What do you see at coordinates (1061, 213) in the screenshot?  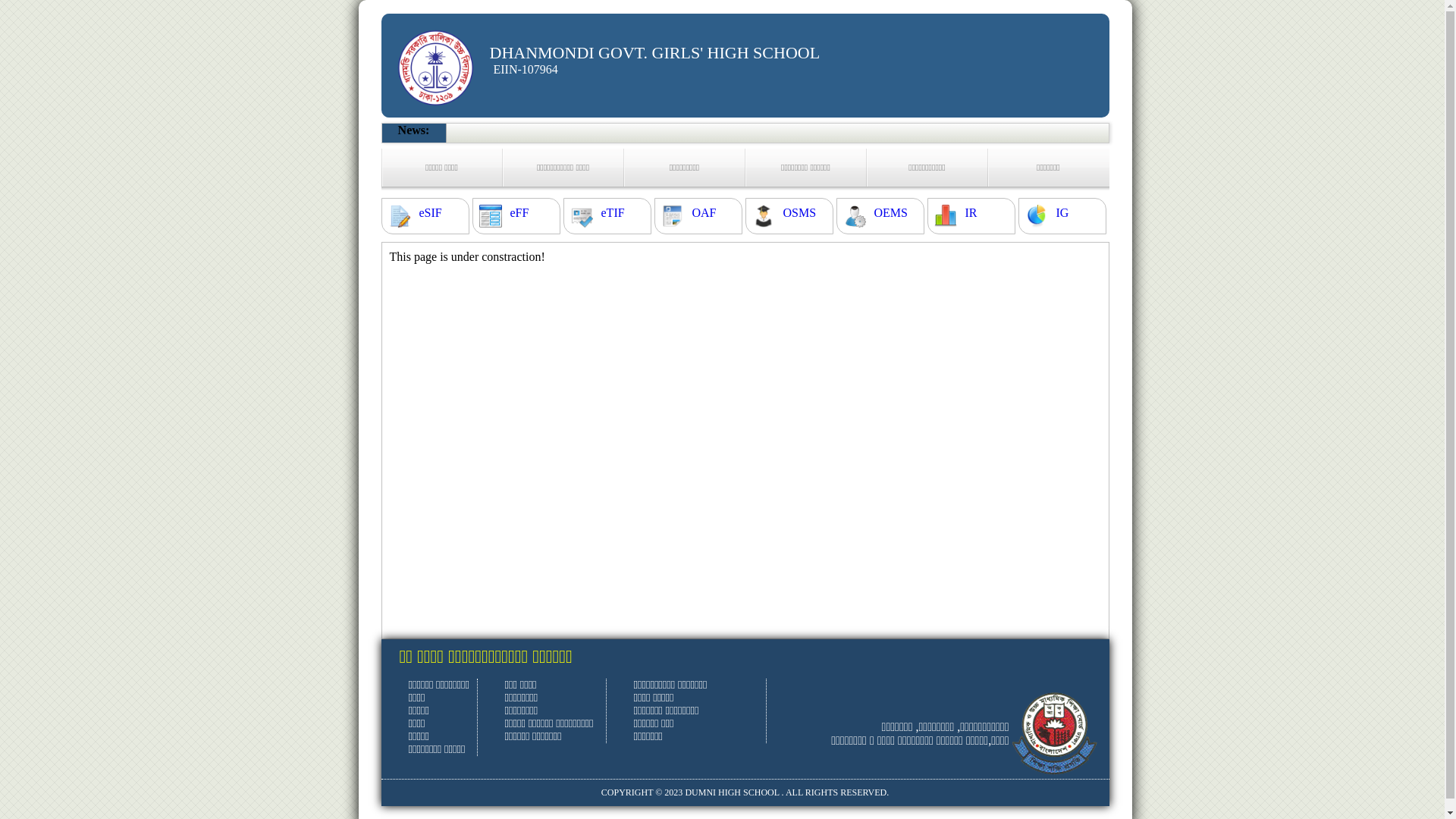 I see `'IG'` at bounding box center [1061, 213].